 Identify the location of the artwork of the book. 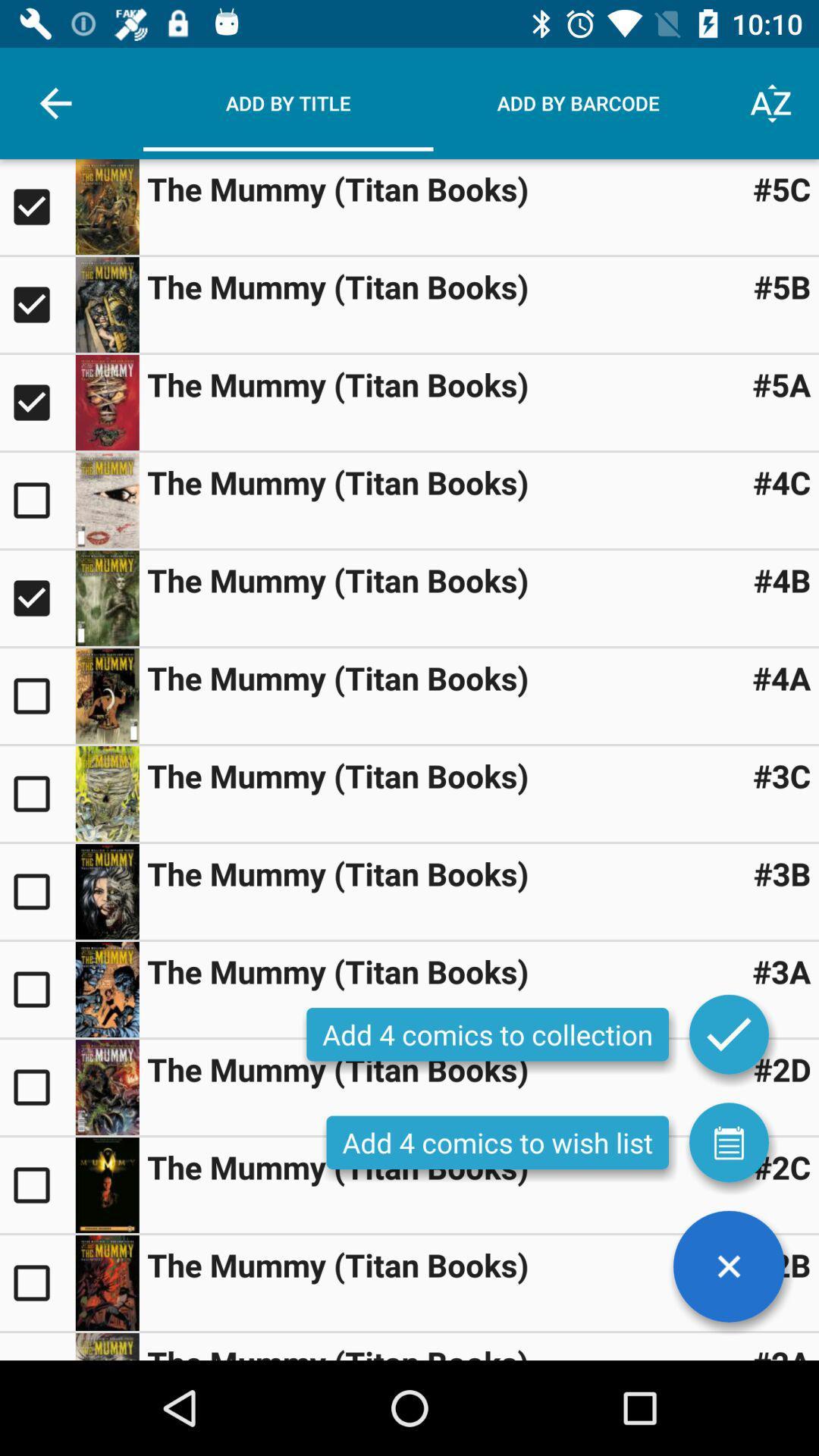
(106, 500).